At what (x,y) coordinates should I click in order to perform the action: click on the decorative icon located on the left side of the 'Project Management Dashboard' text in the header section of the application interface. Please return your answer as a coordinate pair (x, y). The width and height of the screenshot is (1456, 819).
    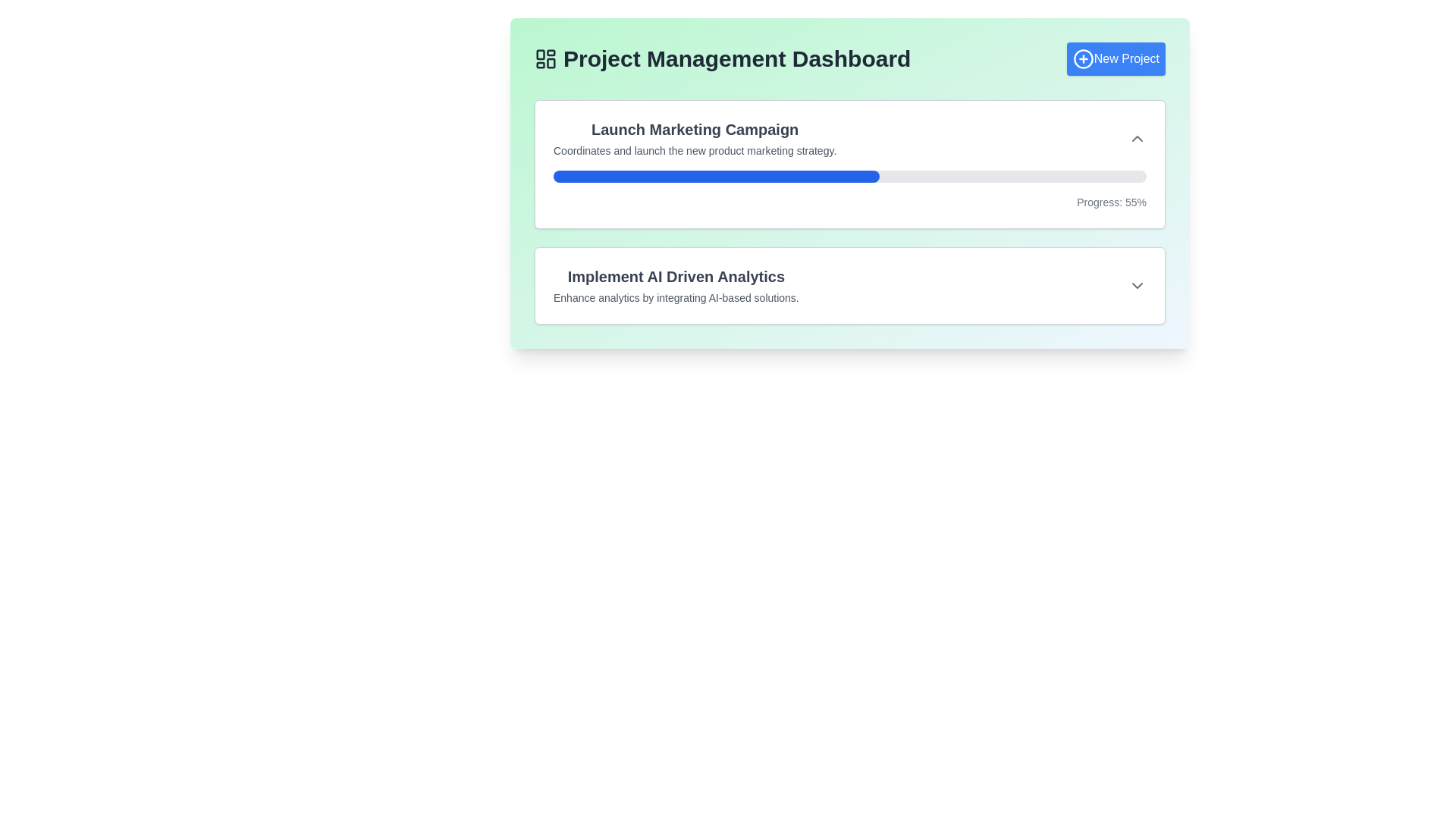
    Looking at the image, I should click on (546, 58).